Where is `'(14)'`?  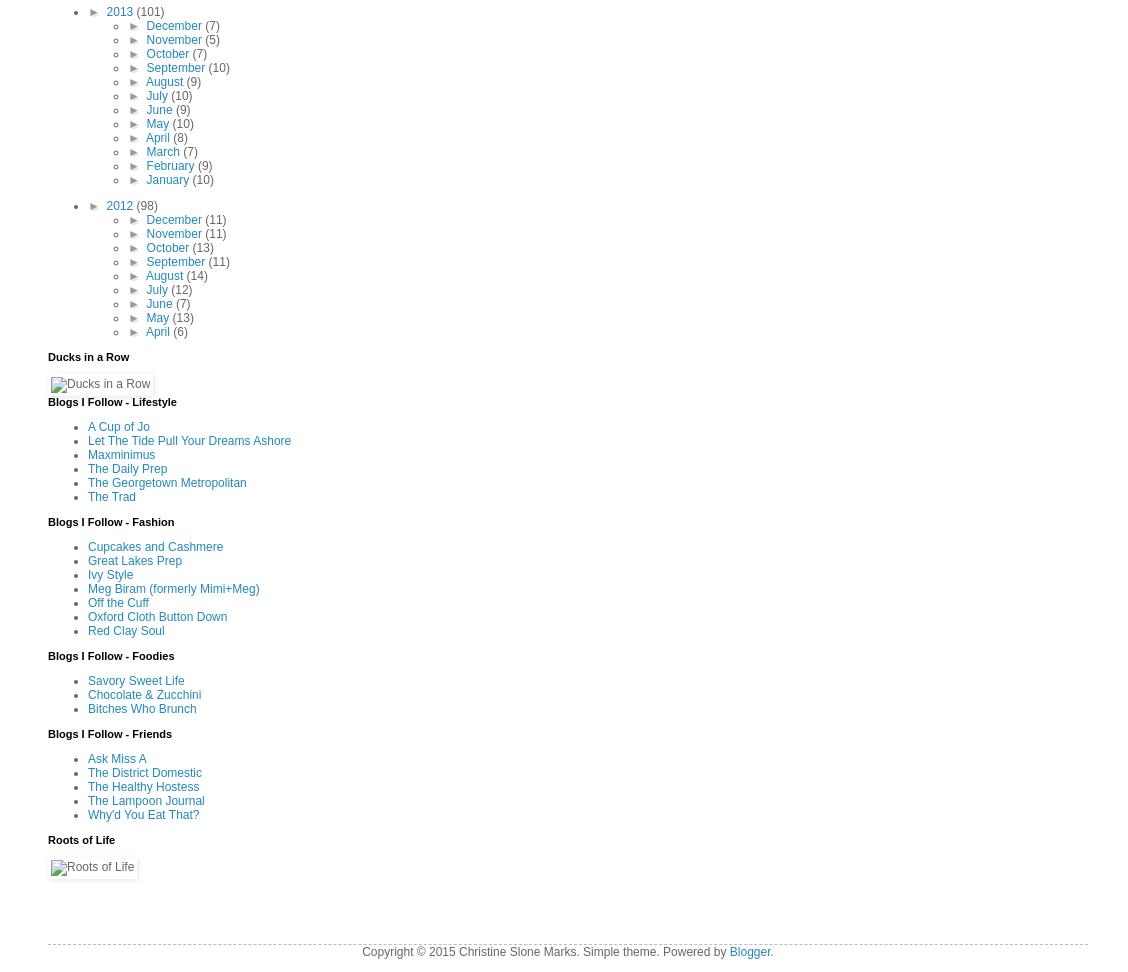 '(14)' is located at coordinates (195, 274).